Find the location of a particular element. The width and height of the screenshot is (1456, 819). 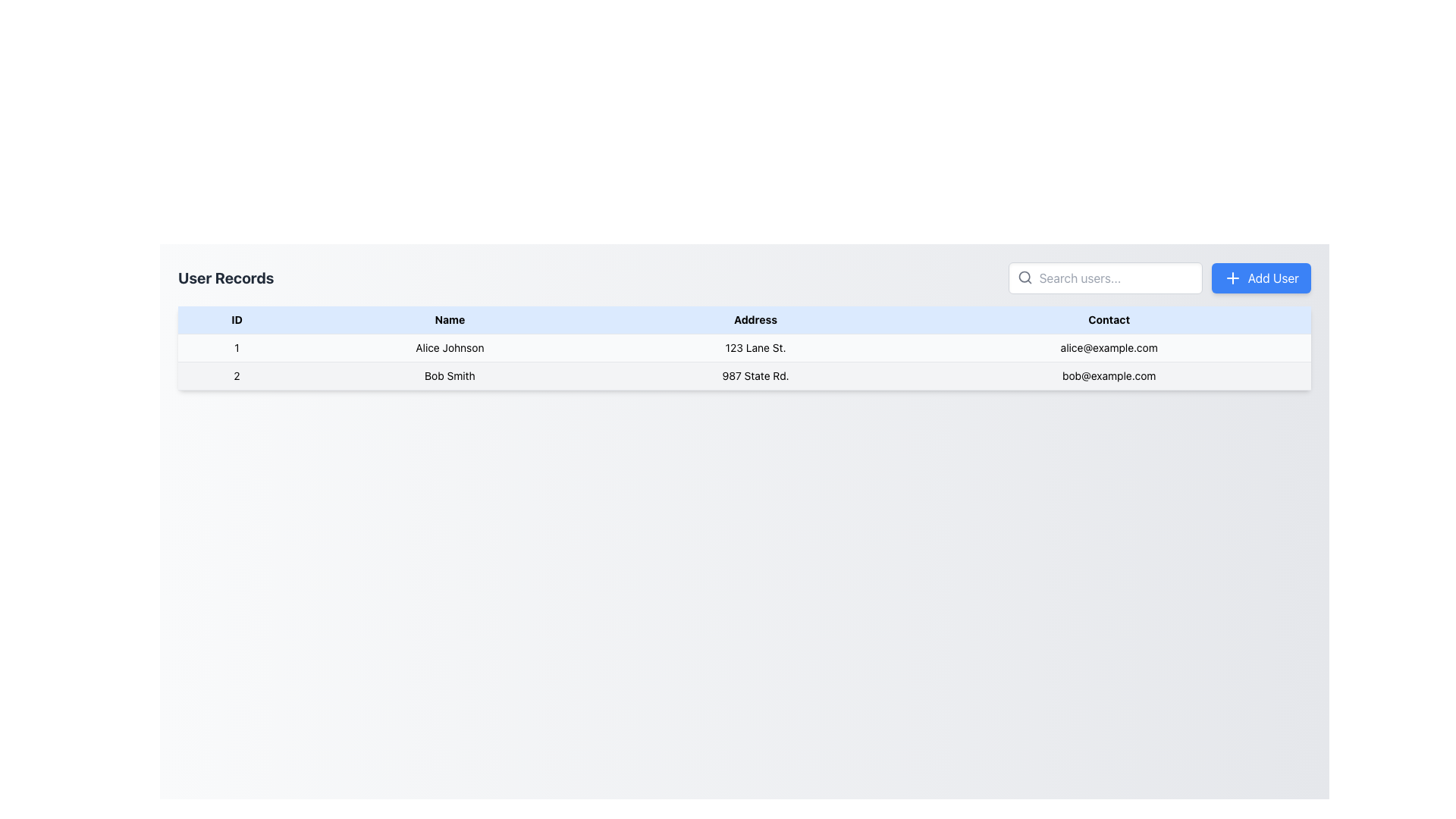

the Table Header Cell labeled 'ID', which is the first column header in a four-column table located at the top-left of the table is located at coordinates (236, 319).